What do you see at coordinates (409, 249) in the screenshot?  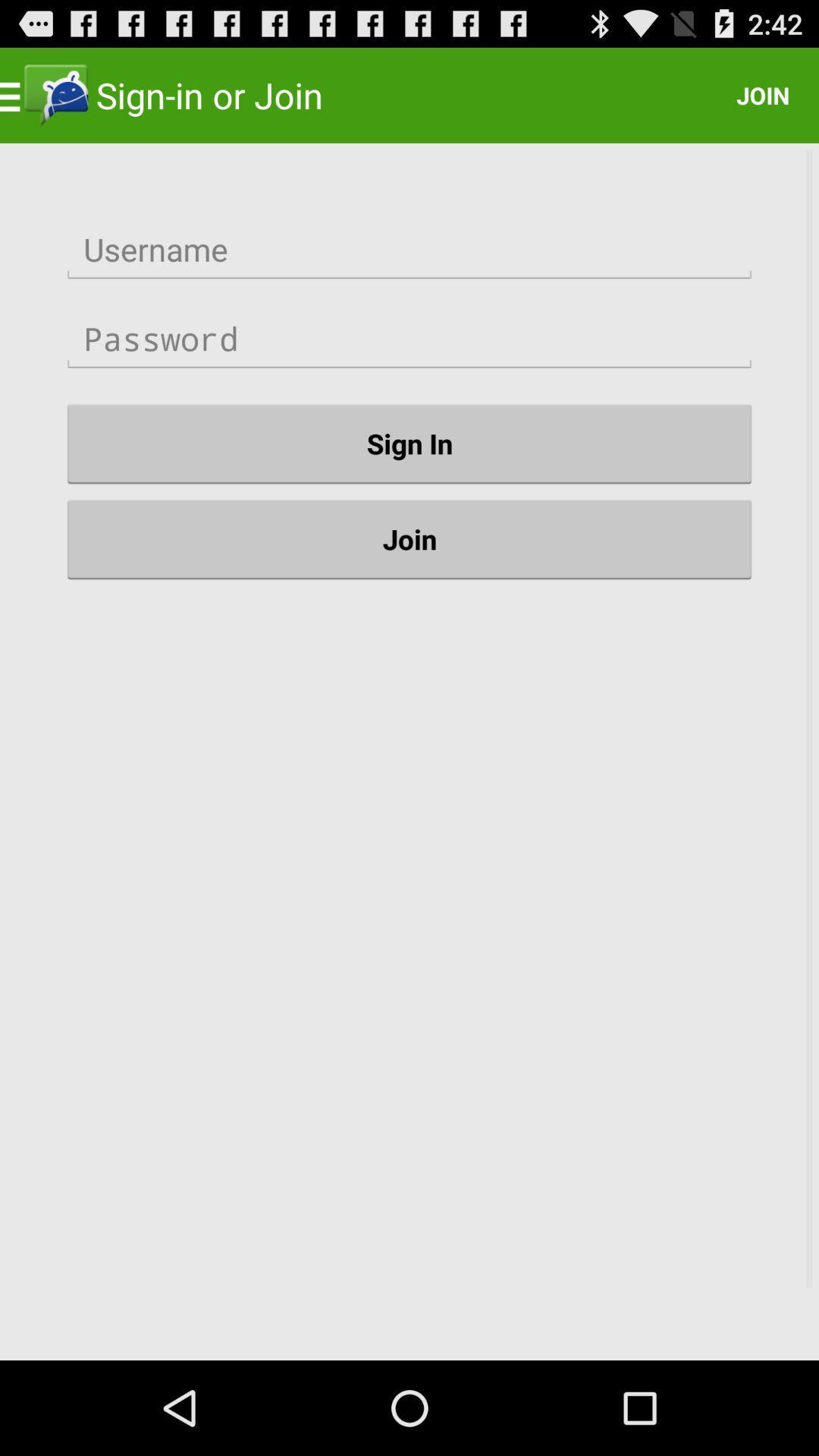 I see `username` at bounding box center [409, 249].